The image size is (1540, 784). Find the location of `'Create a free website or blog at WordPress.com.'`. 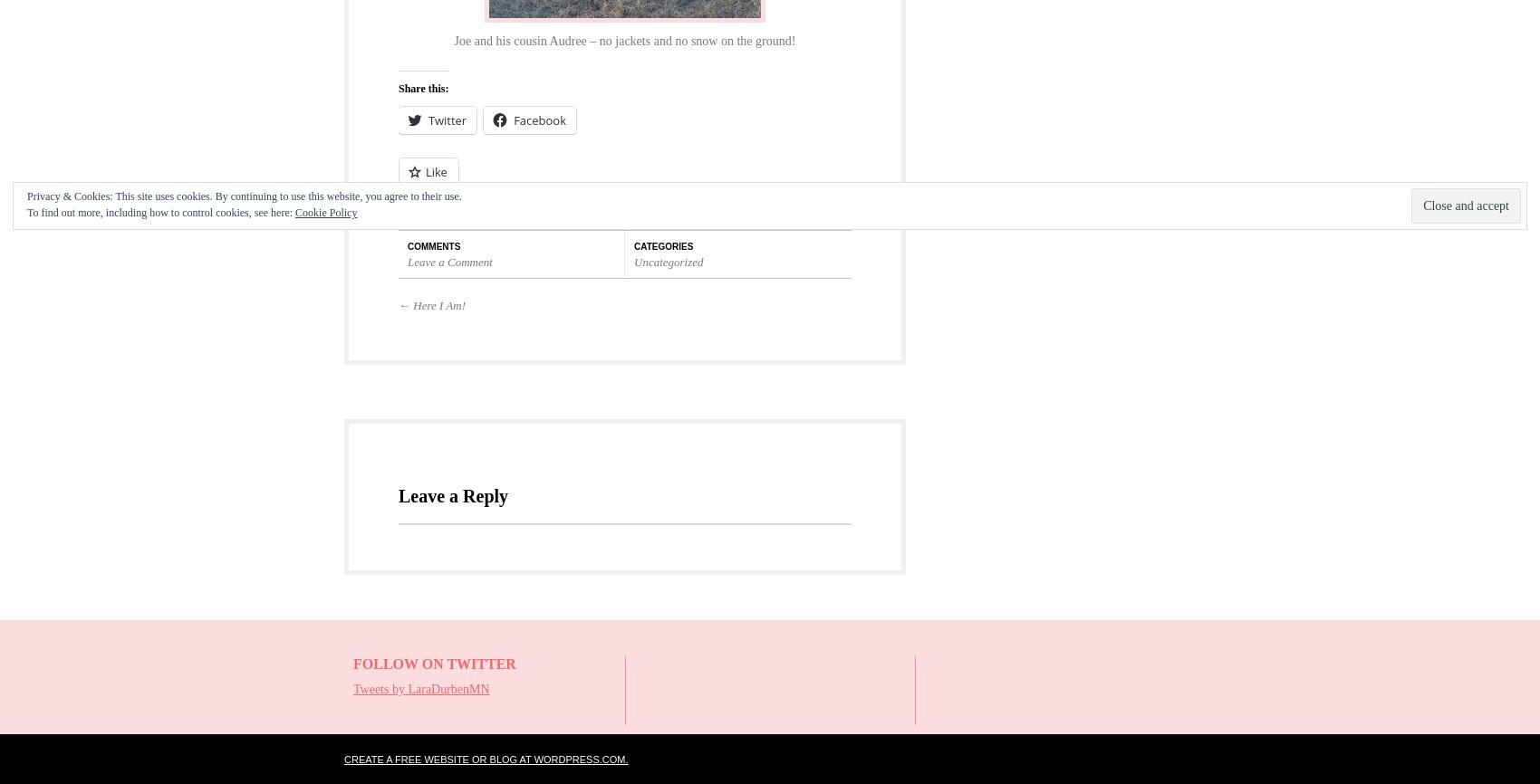

'Create a free website or blog at WordPress.com.' is located at coordinates (485, 758).